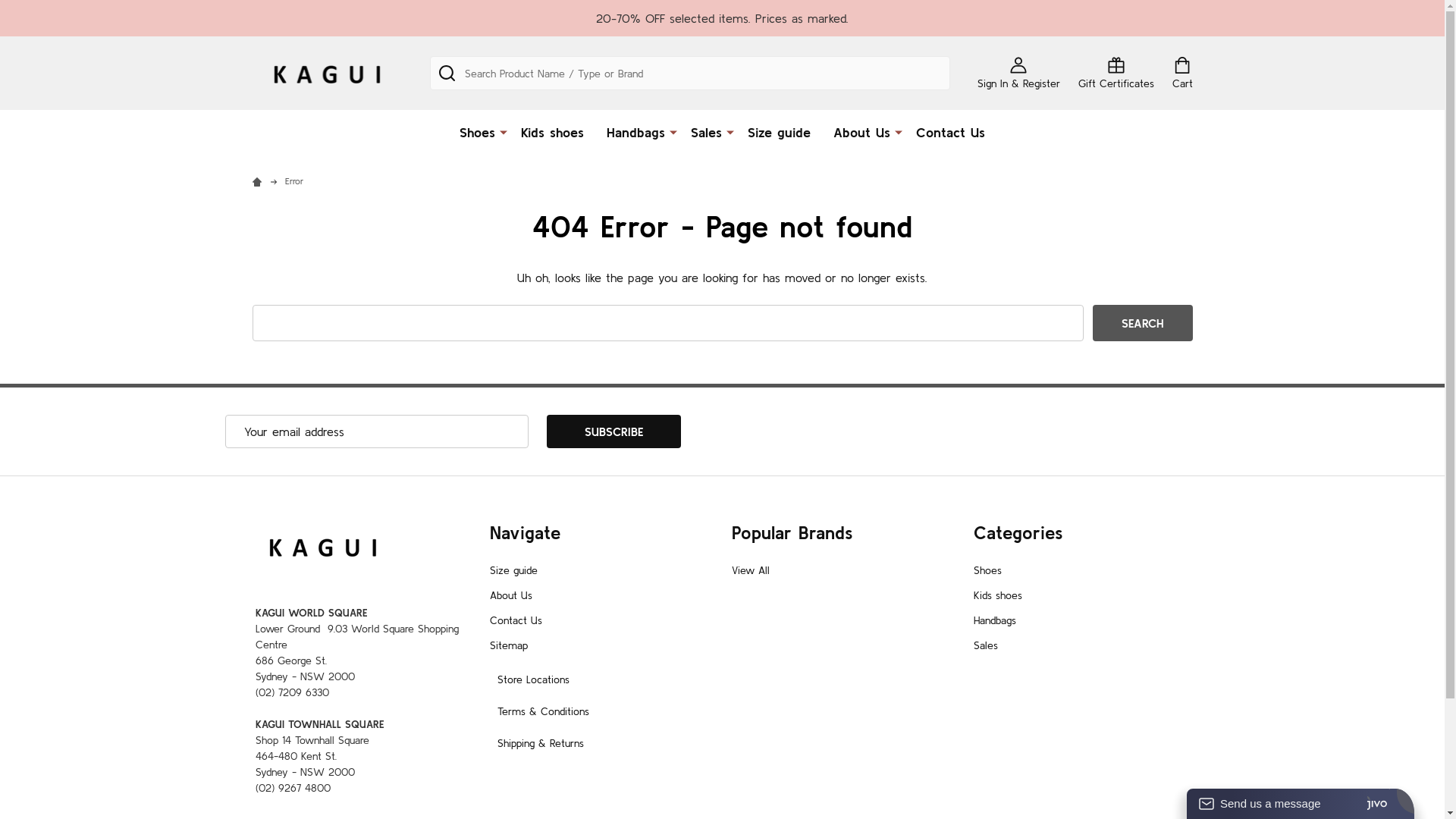  I want to click on 'Shoes', so click(472, 131).